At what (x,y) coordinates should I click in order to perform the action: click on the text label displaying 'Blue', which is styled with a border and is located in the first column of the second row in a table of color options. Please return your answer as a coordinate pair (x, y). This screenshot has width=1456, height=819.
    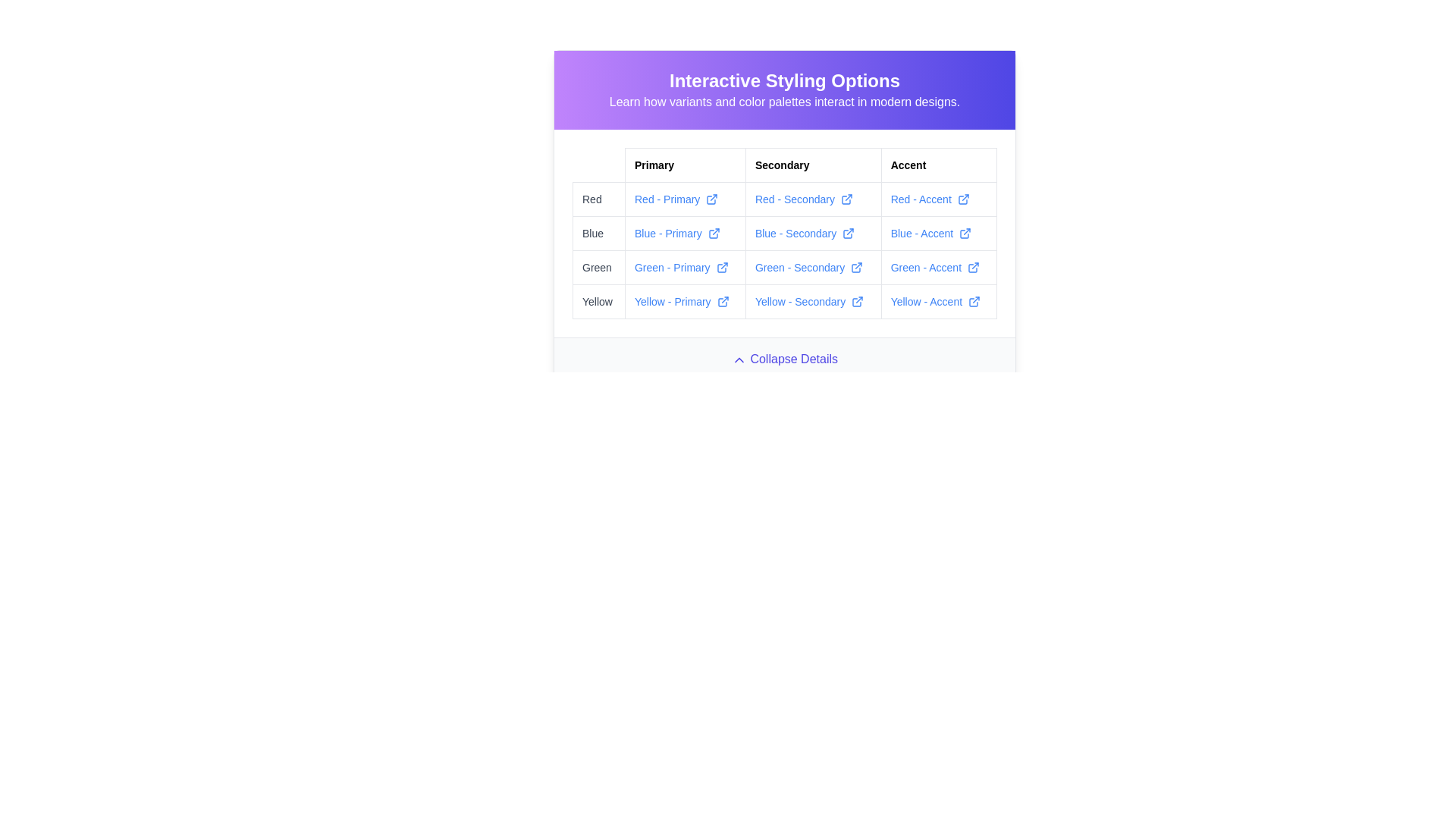
    Looking at the image, I should click on (598, 234).